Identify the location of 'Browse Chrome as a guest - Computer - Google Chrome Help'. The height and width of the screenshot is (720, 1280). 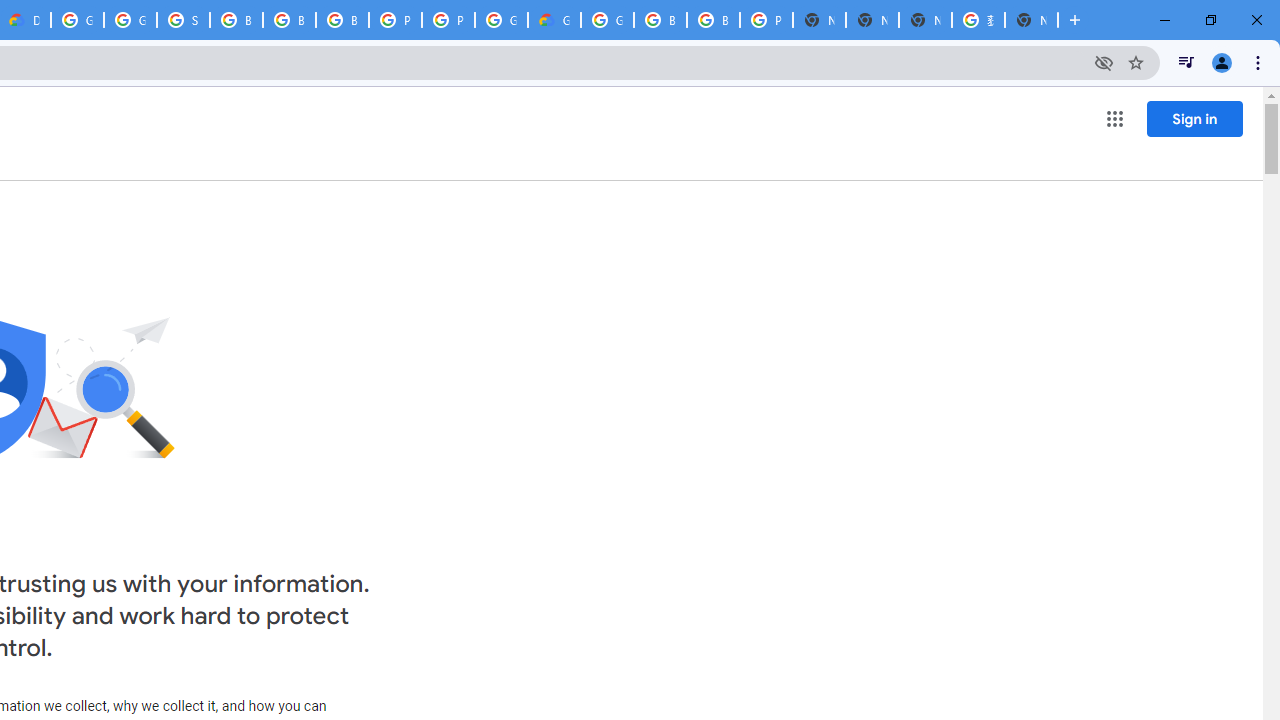
(288, 20).